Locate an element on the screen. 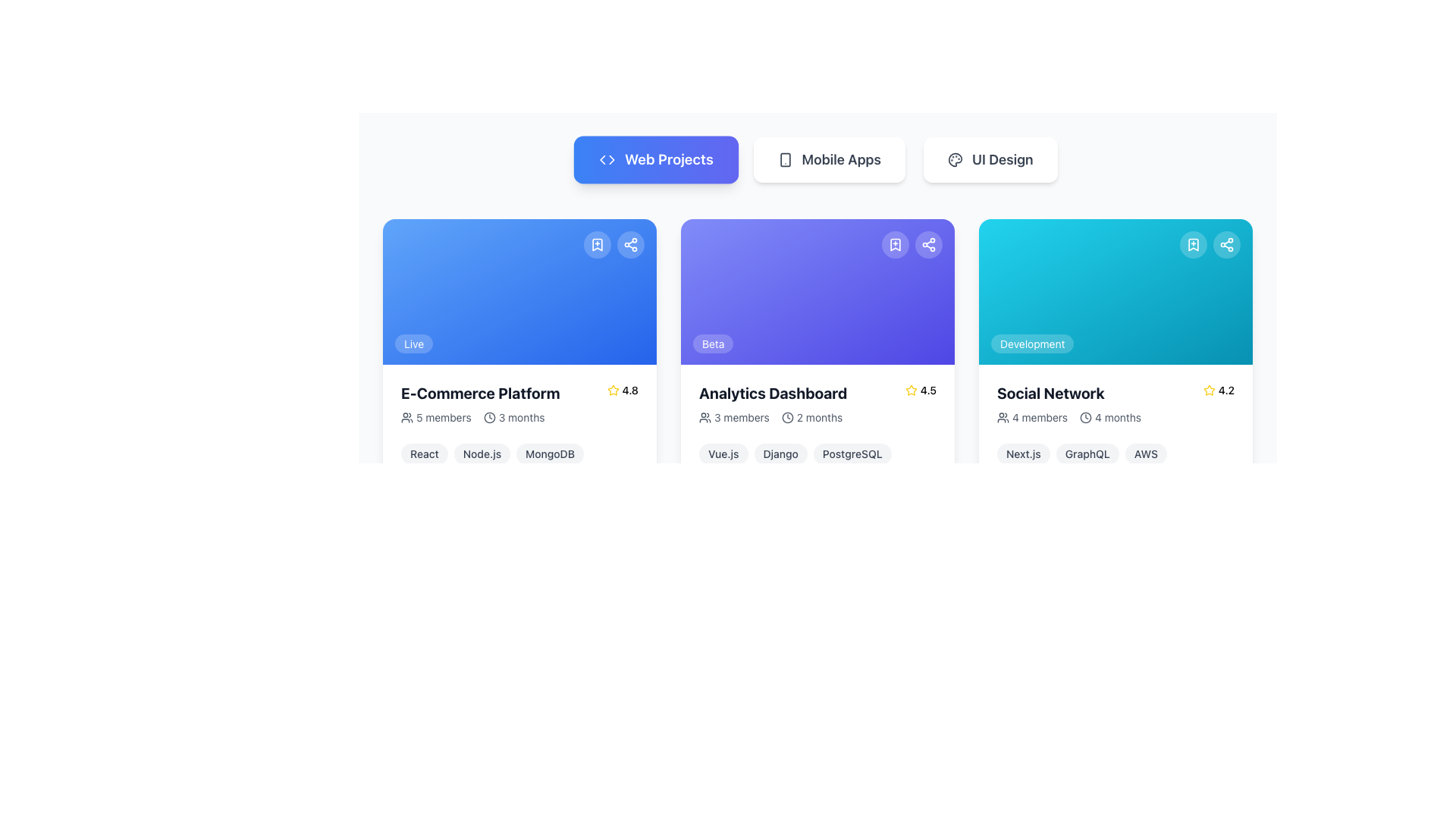  informational text block that provides details about the 'E-Commerce Platform' project, including its rating, number of members, and duration is located at coordinates (519, 403).